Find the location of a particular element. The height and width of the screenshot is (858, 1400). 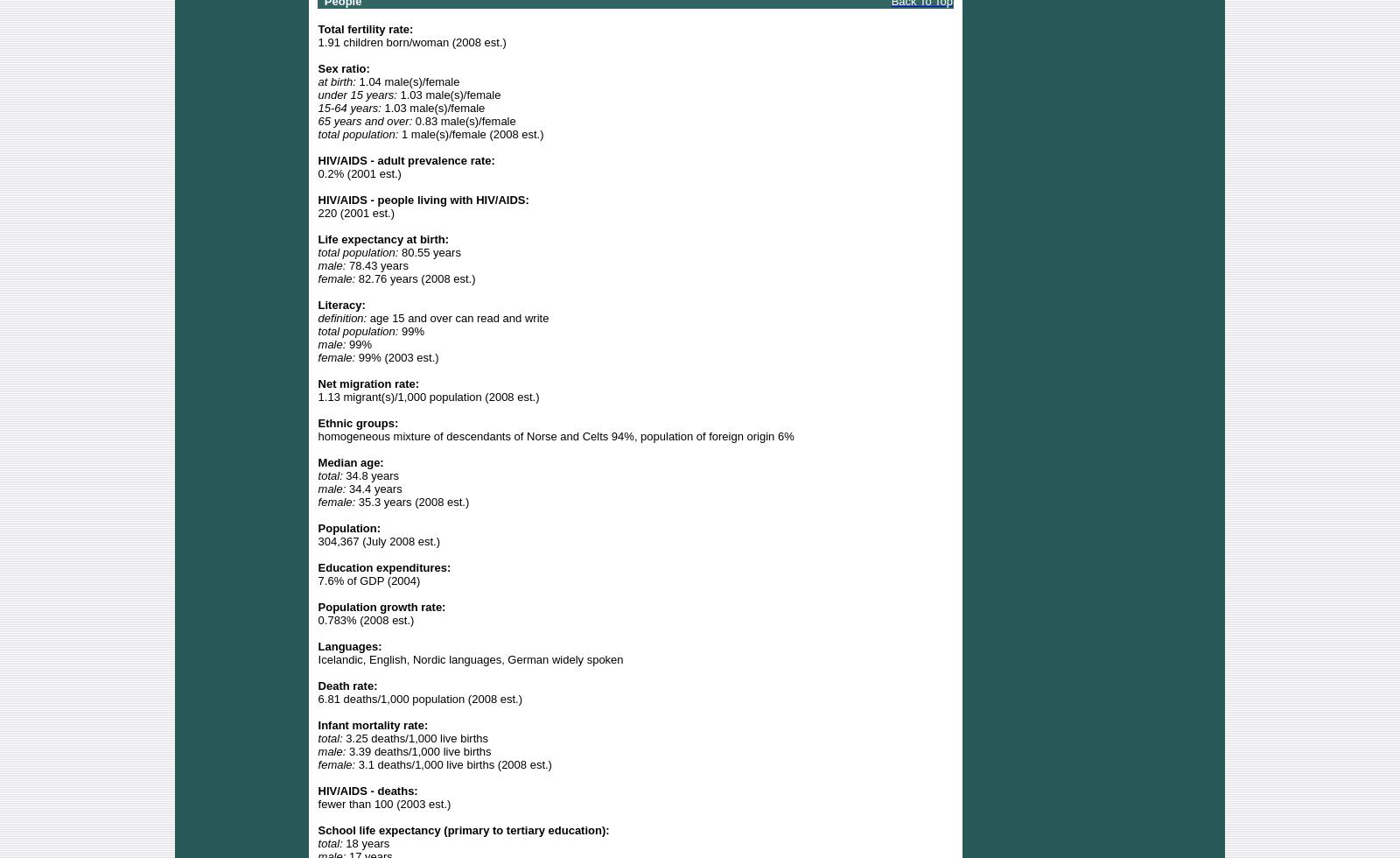

'6.81 deaths/1,000 population (2008 est.)' is located at coordinates (419, 698).